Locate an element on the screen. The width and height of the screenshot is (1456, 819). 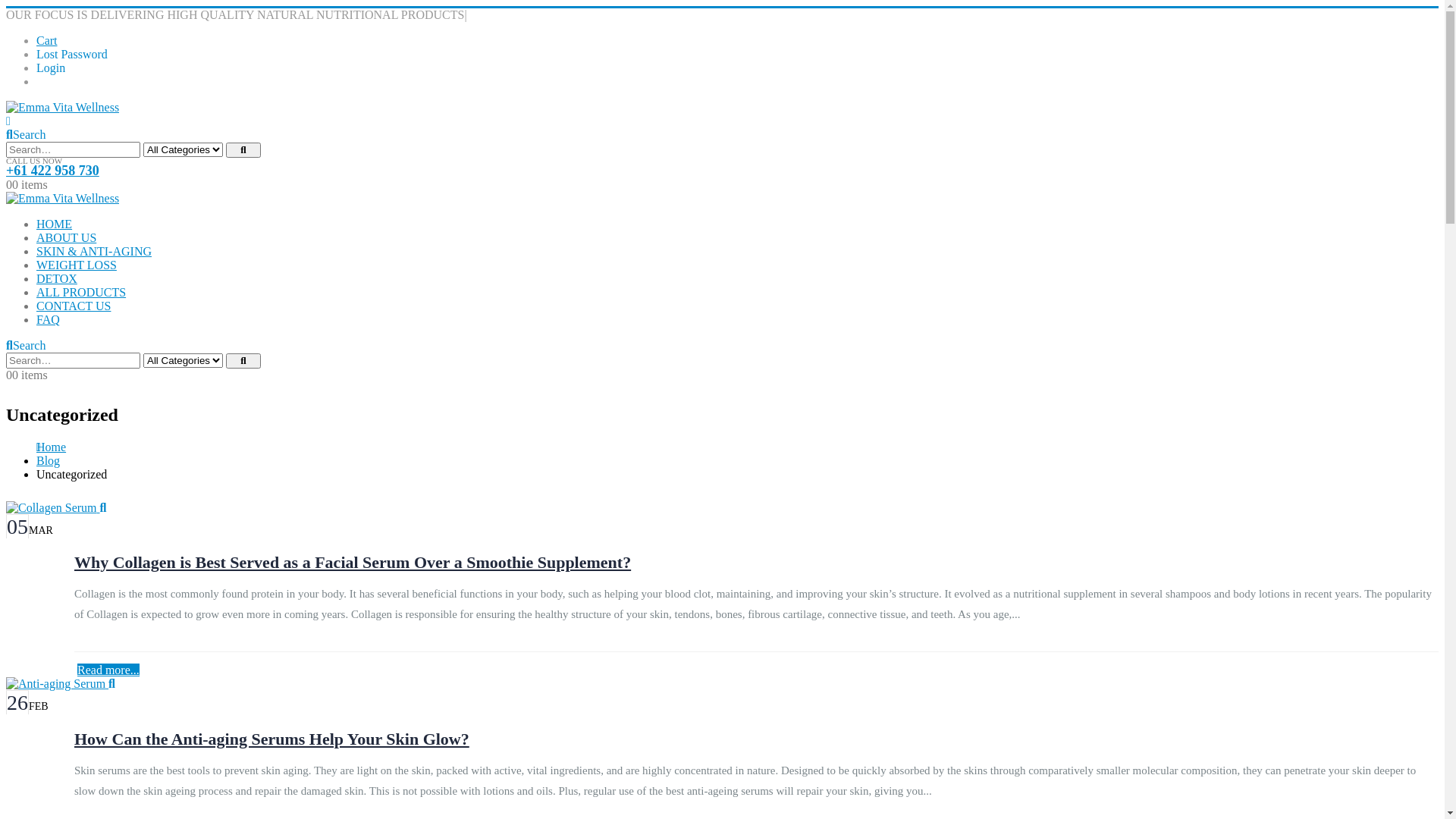
'CONTACT US' is located at coordinates (72, 306).